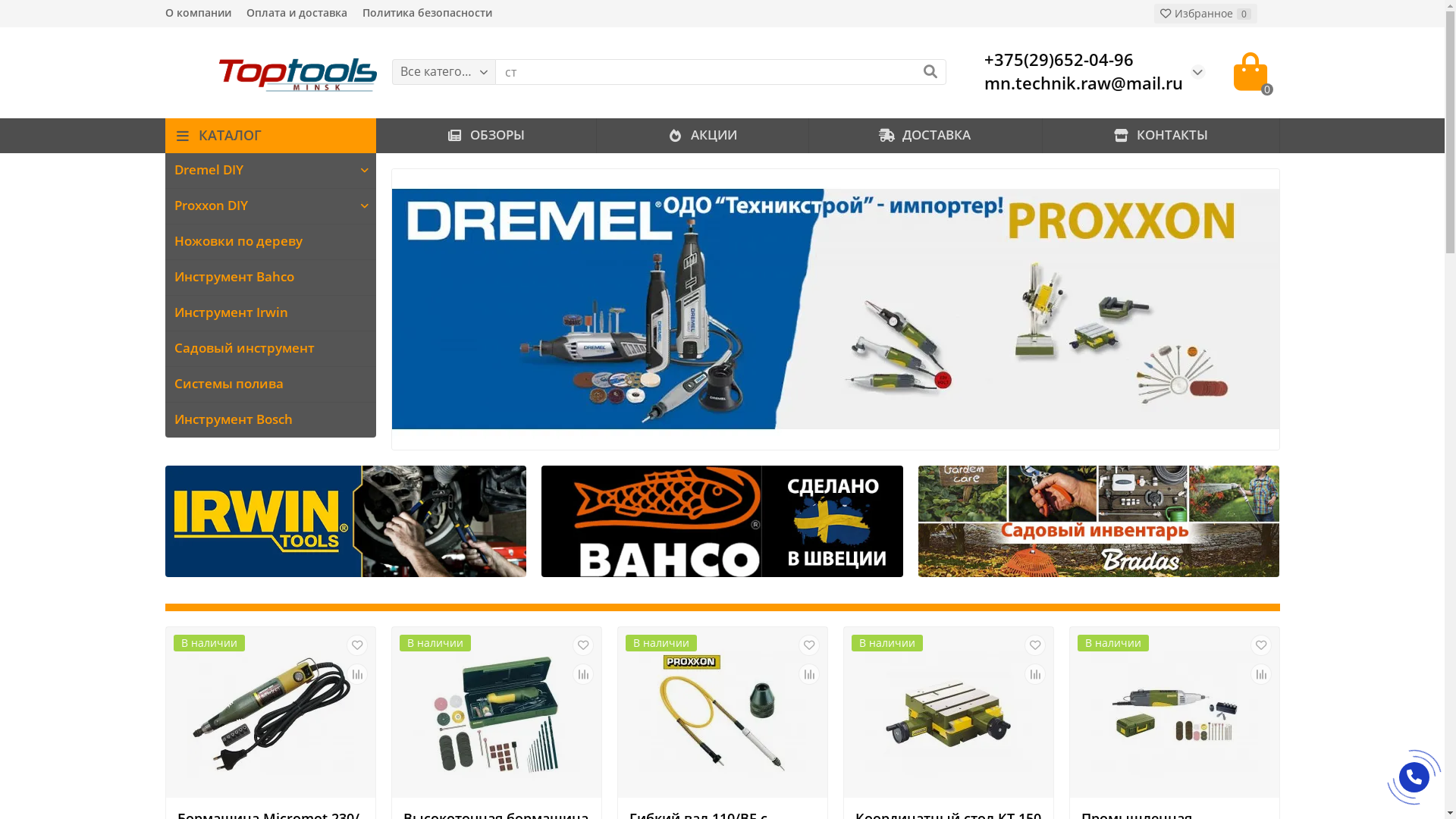 This screenshot has width=1456, height=819. What do you see at coordinates (259, 170) in the screenshot?
I see `'Dremel DIY'` at bounding box center [259, 170].